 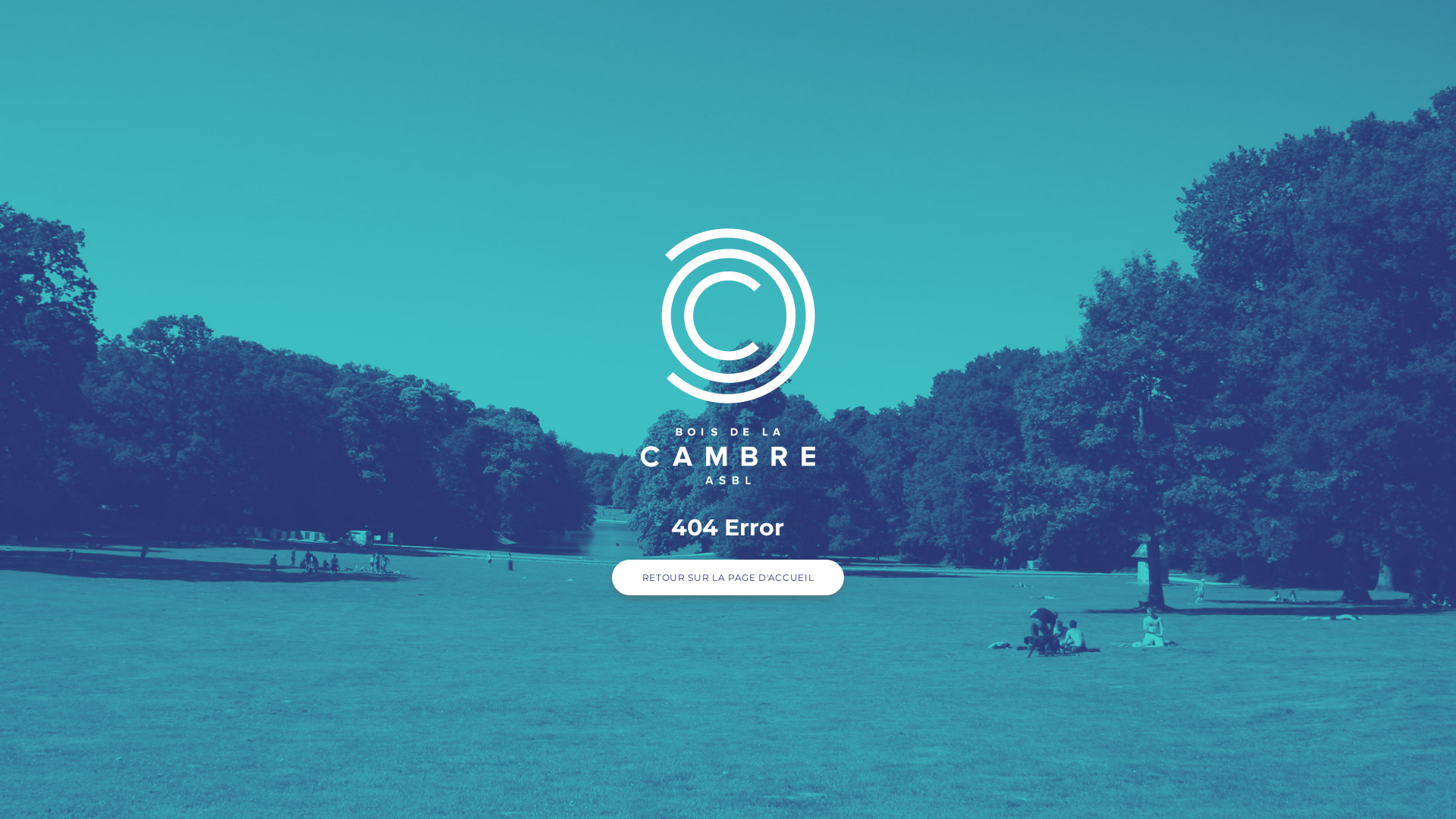 What do you see at coordinates (728, 577) in the screenshot?
I see `'RETOUR SUR LA PAGE D'ACCUEIL'` at bounding box center [728, 577].